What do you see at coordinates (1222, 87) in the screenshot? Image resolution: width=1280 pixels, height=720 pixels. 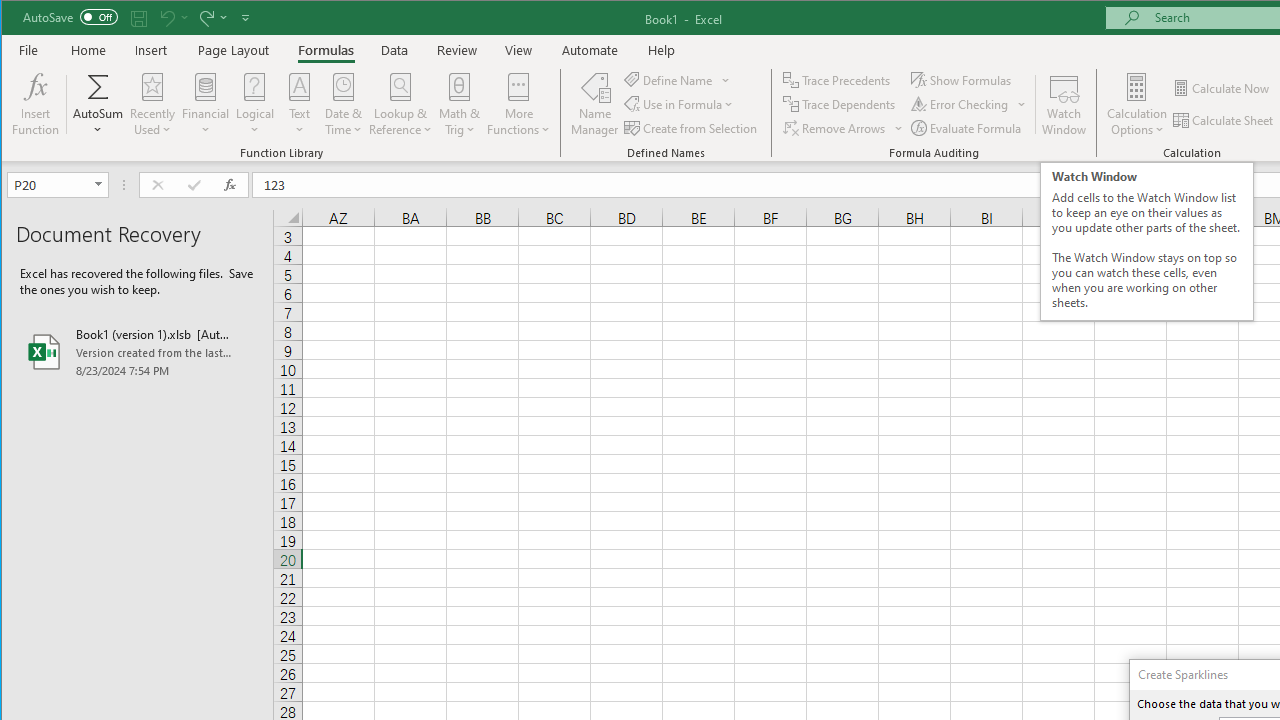 I see `'Calculate Now'` at bounding box center [1222, 87].